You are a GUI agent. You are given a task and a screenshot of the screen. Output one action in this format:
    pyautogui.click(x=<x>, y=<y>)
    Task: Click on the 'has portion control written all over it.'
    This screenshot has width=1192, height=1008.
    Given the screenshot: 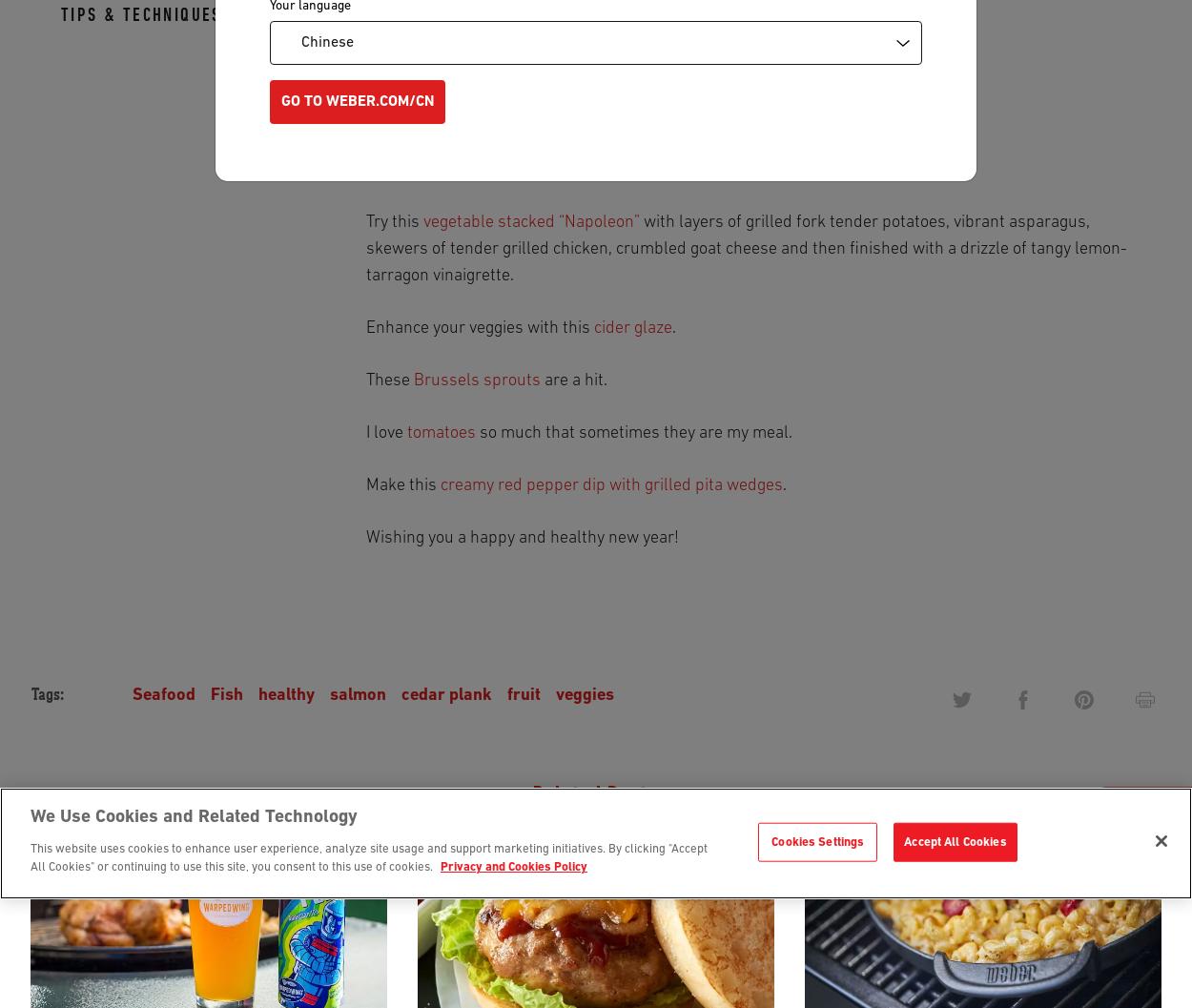 What is the action you would take?
    pyautogui.click(x=659, y=170)
    